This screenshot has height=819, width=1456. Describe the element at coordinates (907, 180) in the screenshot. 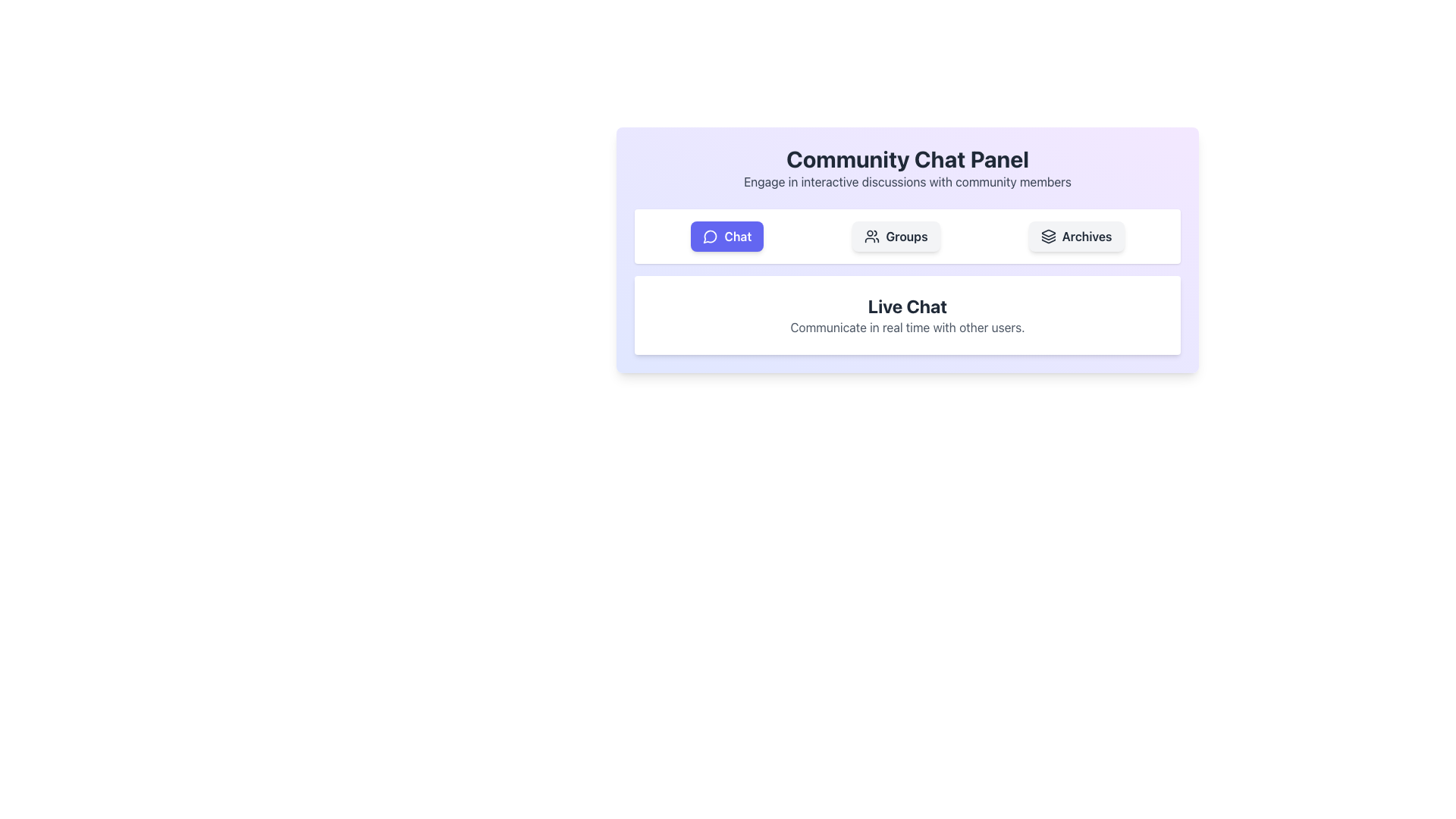

I see `the static text element that provides descriptive information about the 'Community Chat Panel', positioned directly underneath its title` at that location.